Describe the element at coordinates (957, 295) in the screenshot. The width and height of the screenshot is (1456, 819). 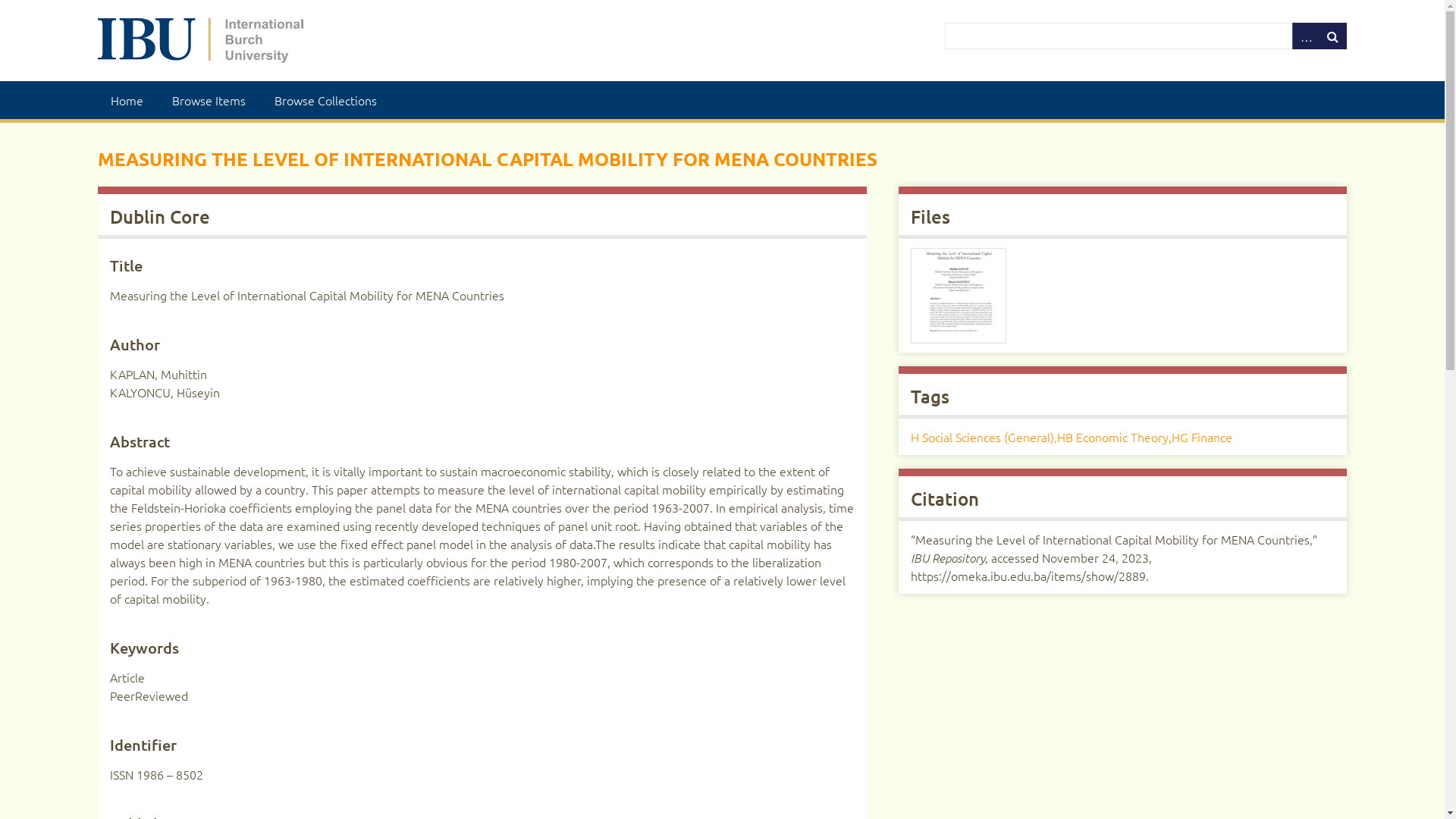
I see `'vol1-no1-p25-32.pdf'` at that location.